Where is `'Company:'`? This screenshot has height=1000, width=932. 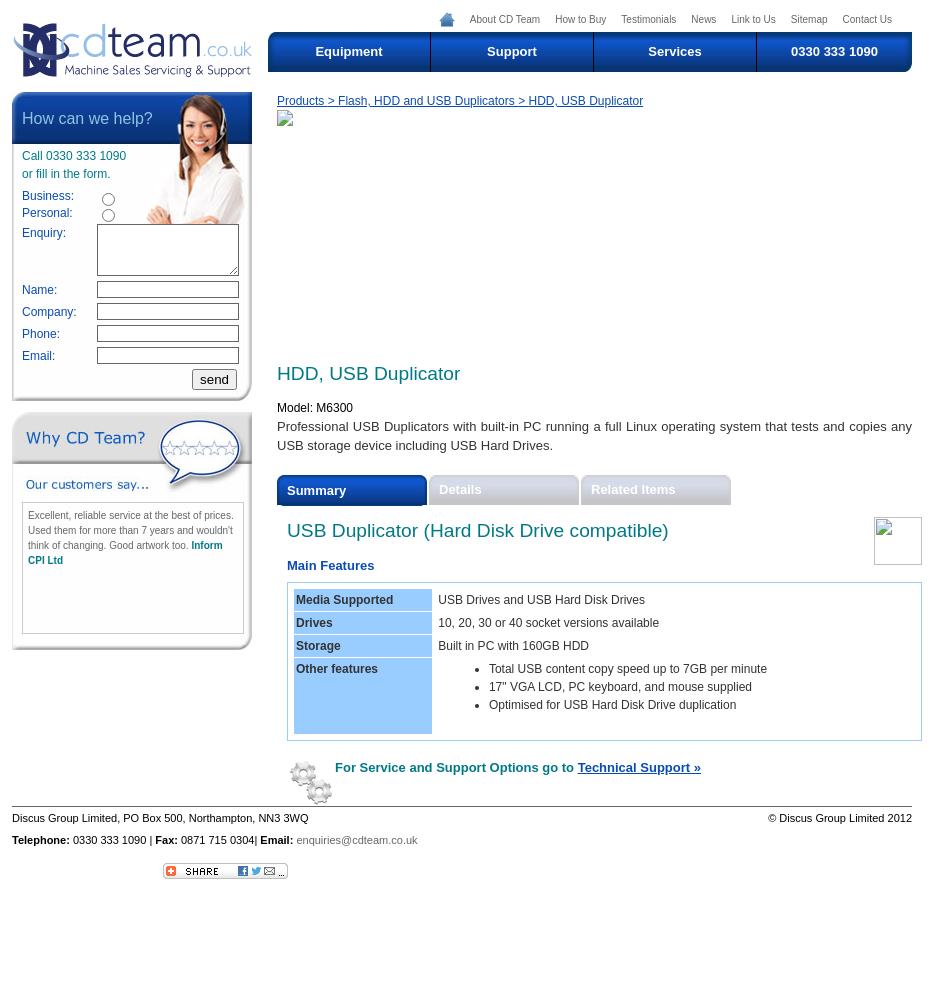 'Company:' is located at coordinates (48, 312).